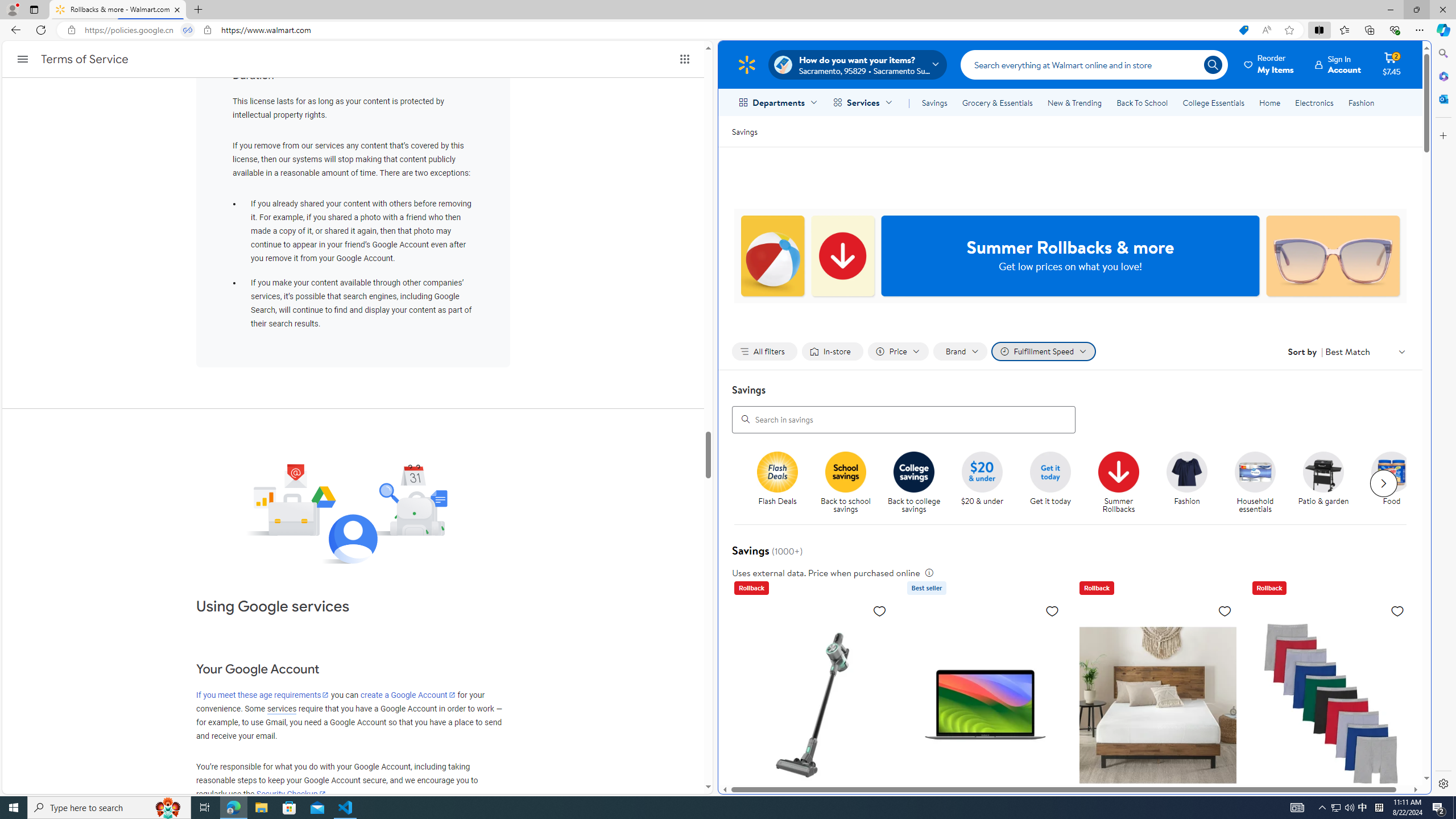 The image size is (1456, 819). What do you see at coordinates (1328, 483) in the screenshot?
I see `'Patio & garden'` at bounding box center [1328, 483].